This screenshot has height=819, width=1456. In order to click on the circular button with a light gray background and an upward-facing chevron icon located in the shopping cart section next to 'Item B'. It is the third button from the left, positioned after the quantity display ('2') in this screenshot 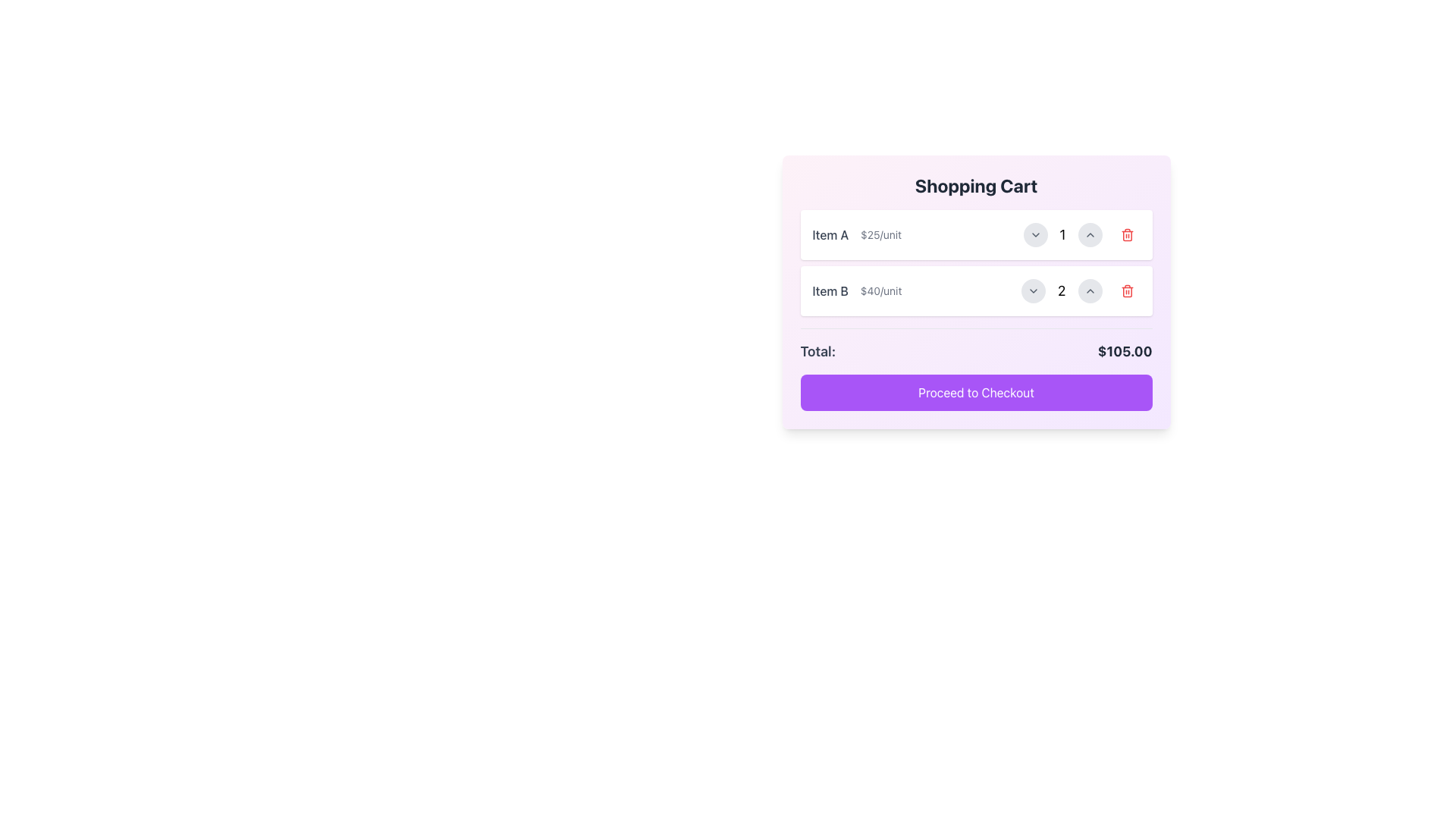, I will do `click(1089, 291)`.